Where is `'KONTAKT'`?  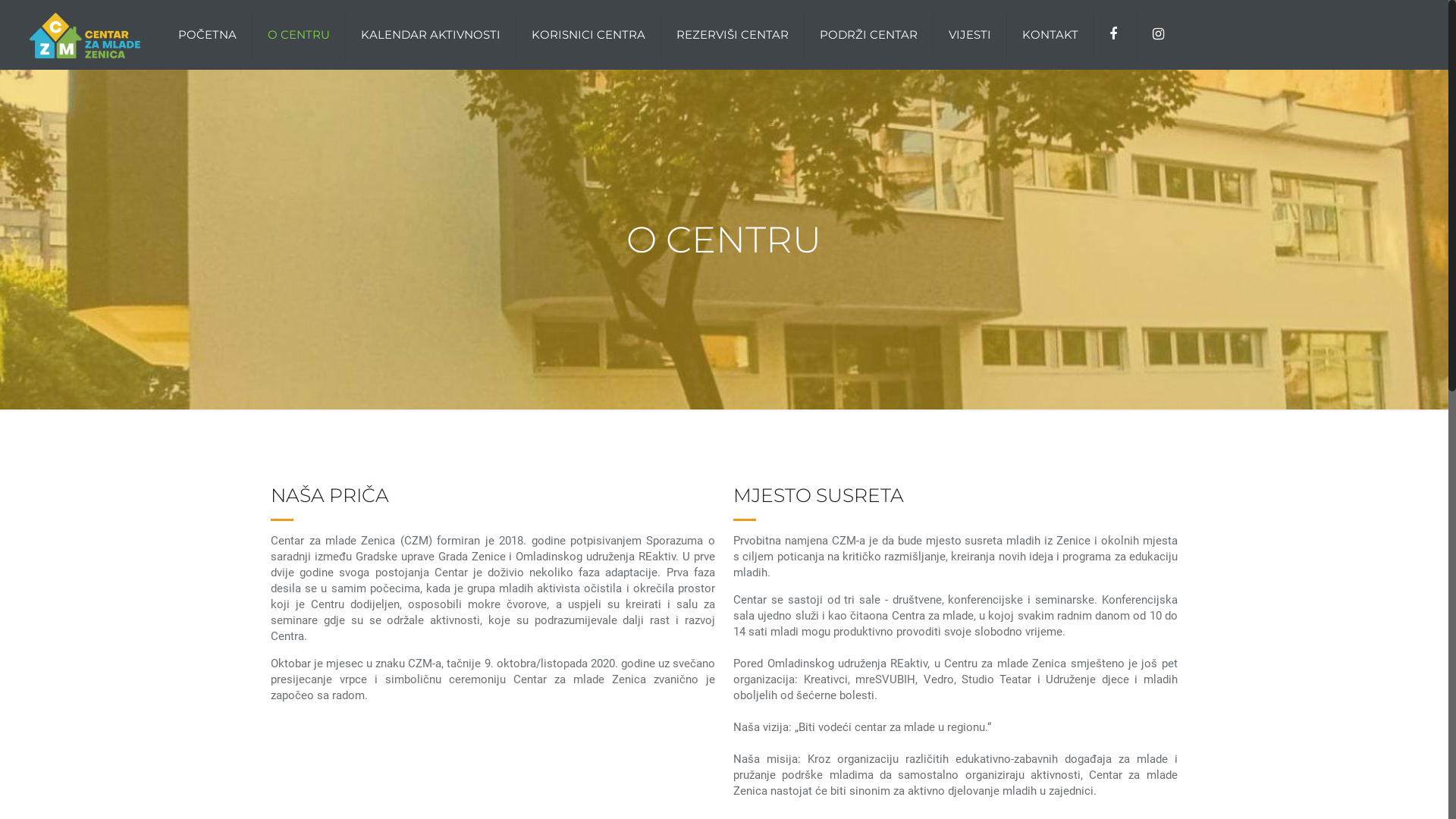
'KONTAKT' is located at coordinates (1050, 34).